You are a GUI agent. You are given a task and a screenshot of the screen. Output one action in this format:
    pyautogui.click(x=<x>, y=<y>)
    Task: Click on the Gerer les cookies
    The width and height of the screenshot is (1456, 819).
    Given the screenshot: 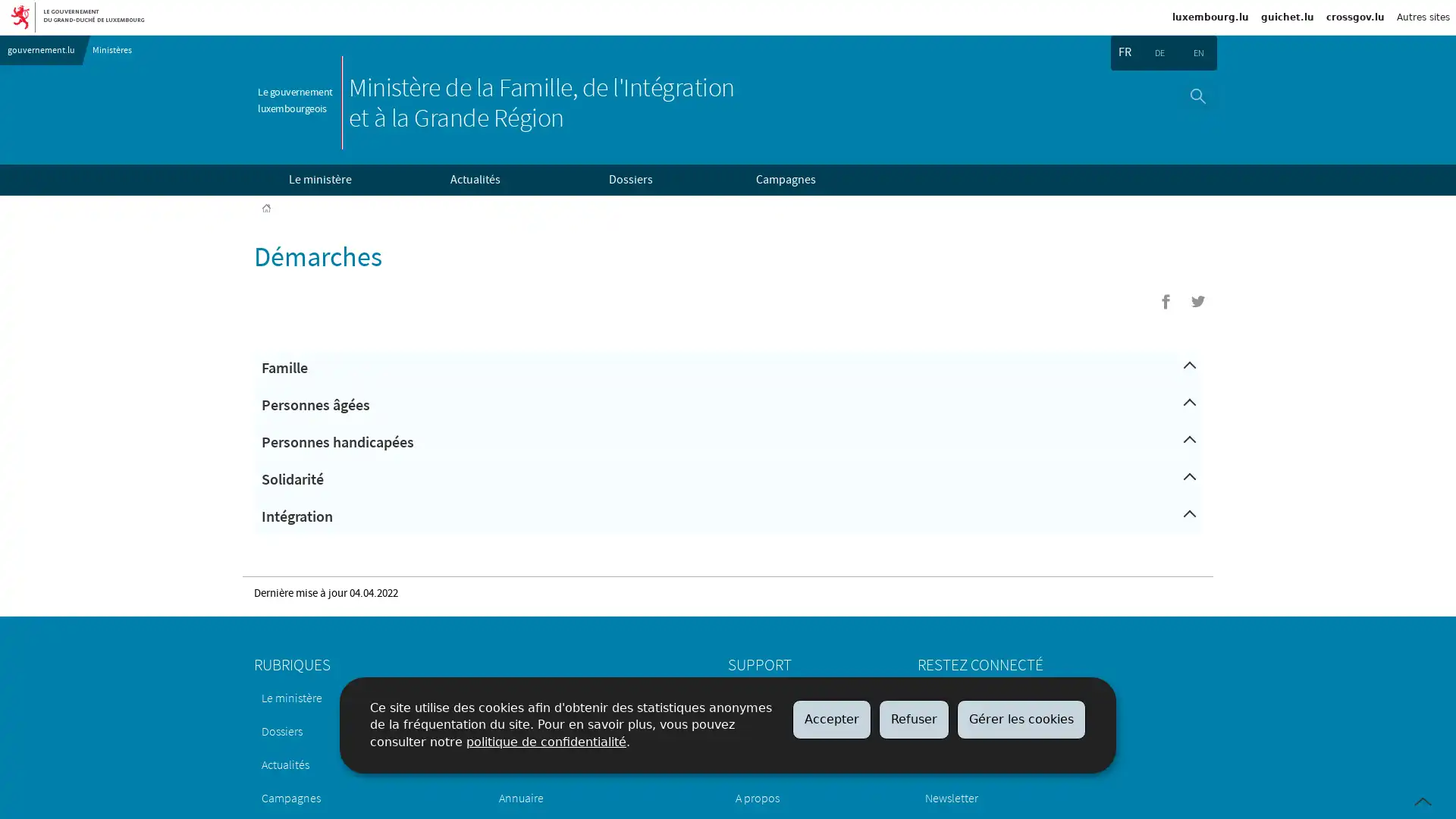 What is the action you would take?
    pyautogui.click(x=1021, y=718)
    